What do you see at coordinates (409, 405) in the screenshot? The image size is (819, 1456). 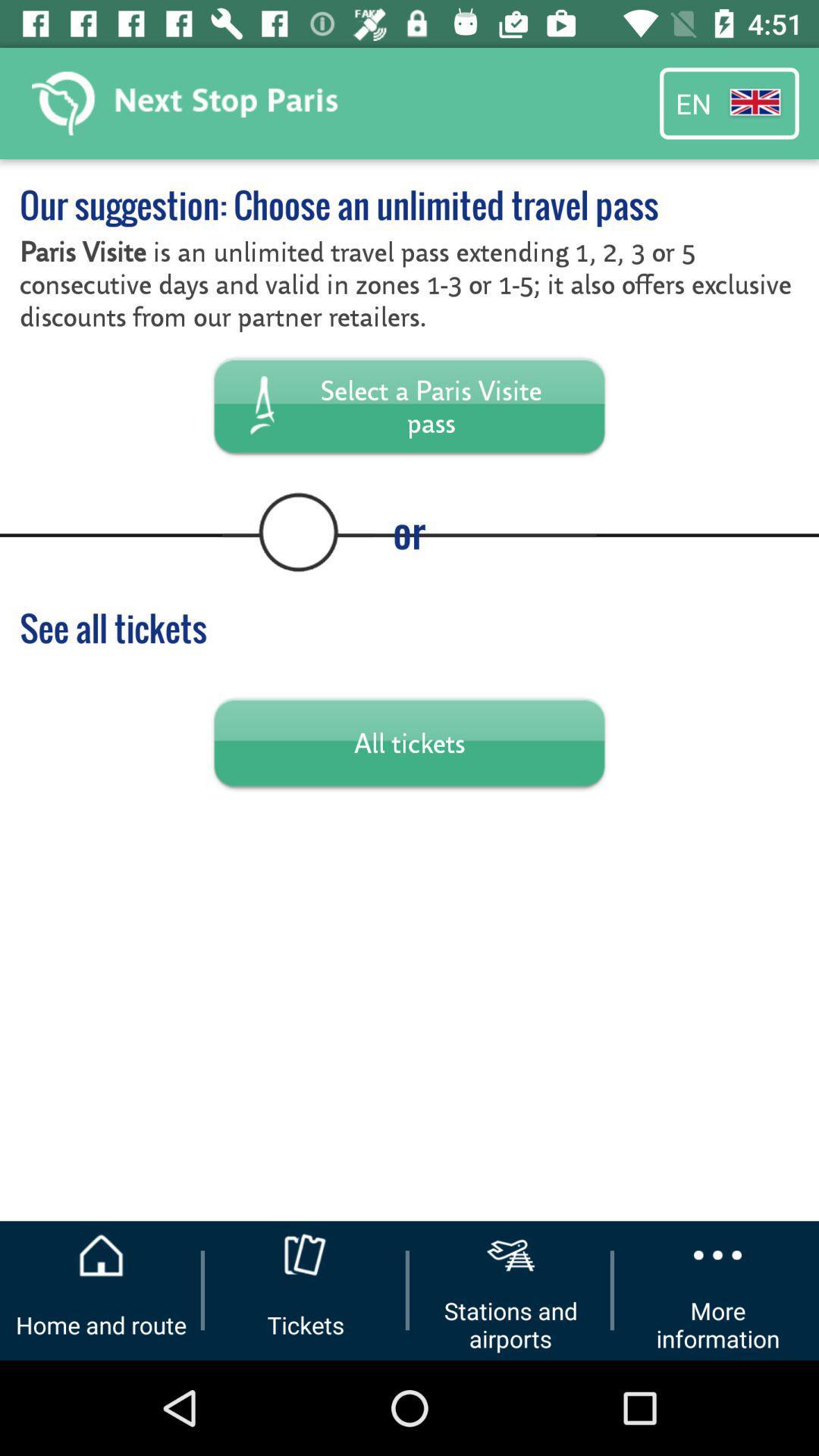 I see `the select a paris icon` at bounding box center [409, 405].